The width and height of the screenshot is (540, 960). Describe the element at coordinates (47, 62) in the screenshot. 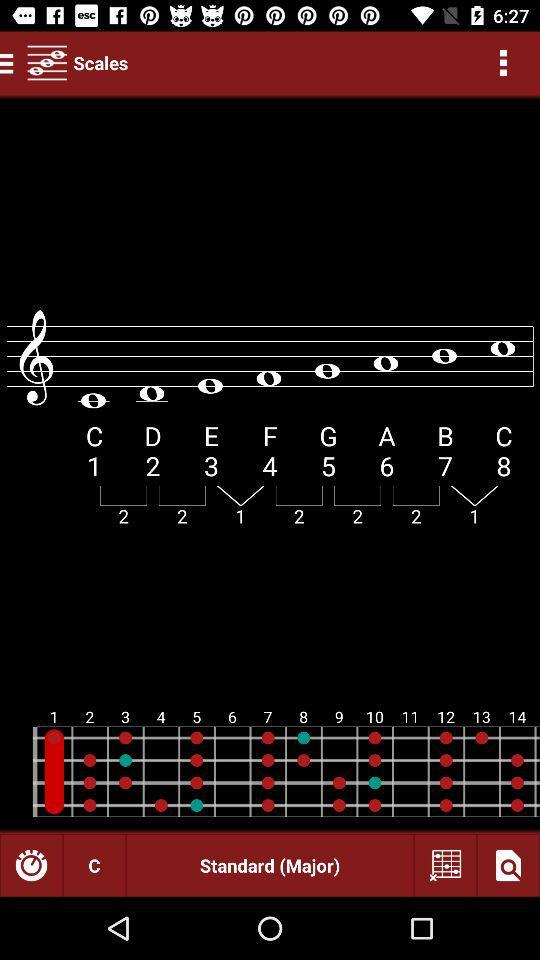

I see `the sliders icon` at that location.